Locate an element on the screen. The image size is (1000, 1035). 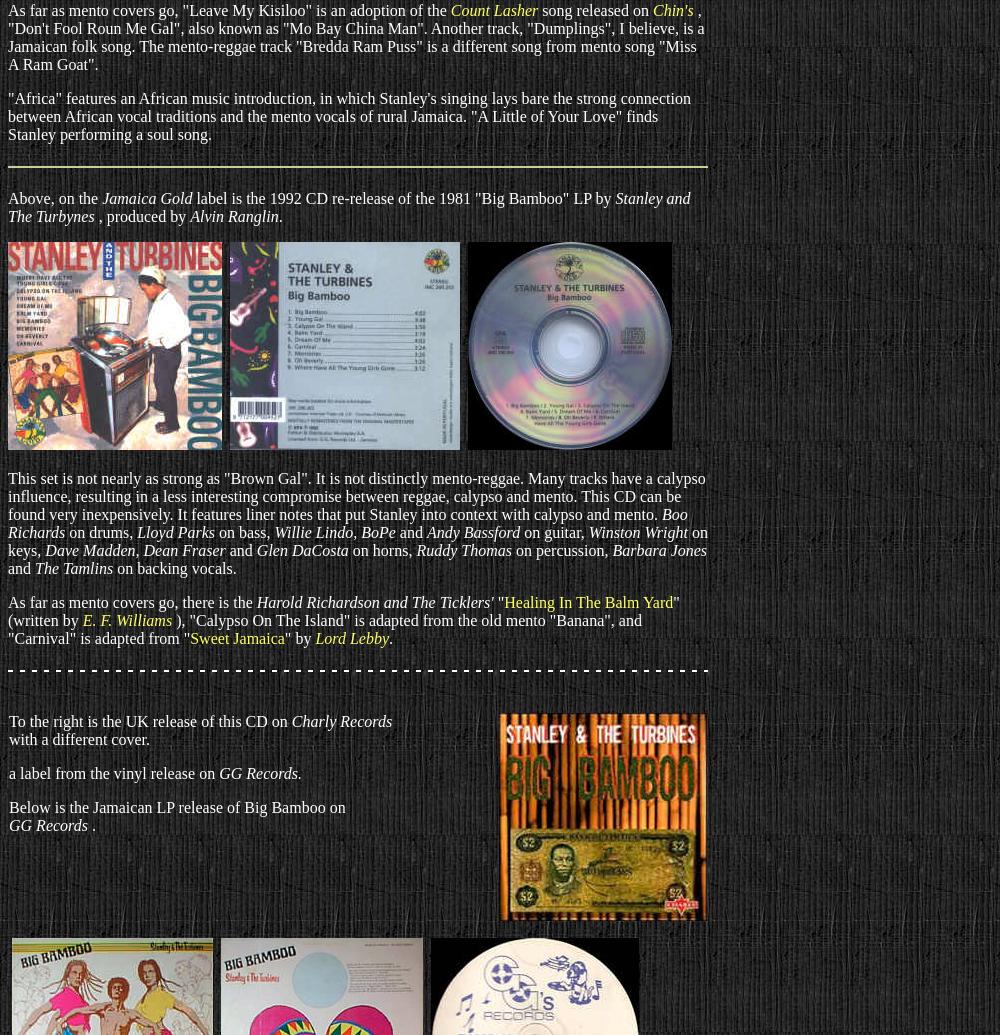
'Boo 
		Richards' is located at coordinates (346, 522).